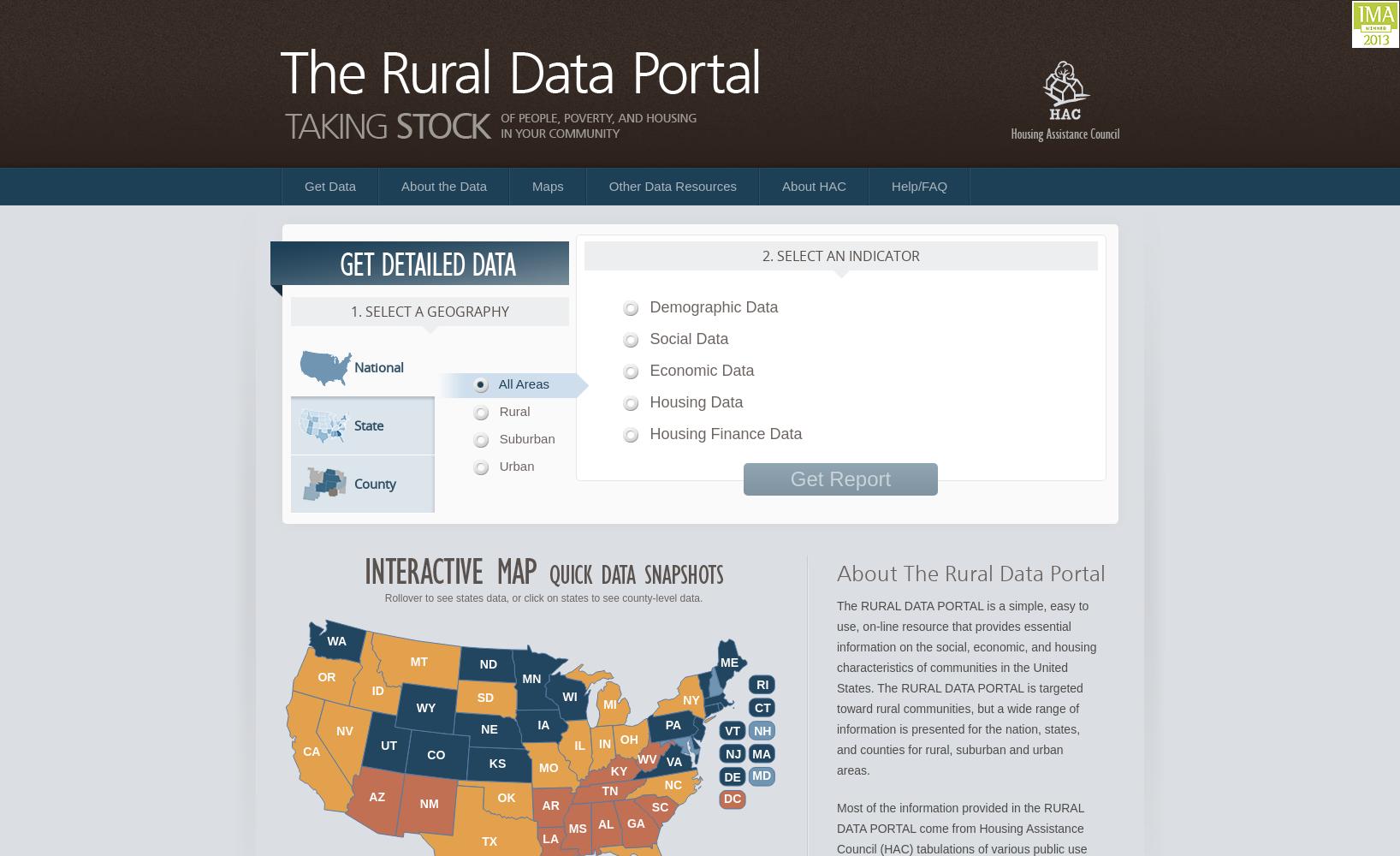  What do you see at coordinates (429, 311) in the screenshot?
I see `'1. Select a Geography'` at bounding box center [429, 311].